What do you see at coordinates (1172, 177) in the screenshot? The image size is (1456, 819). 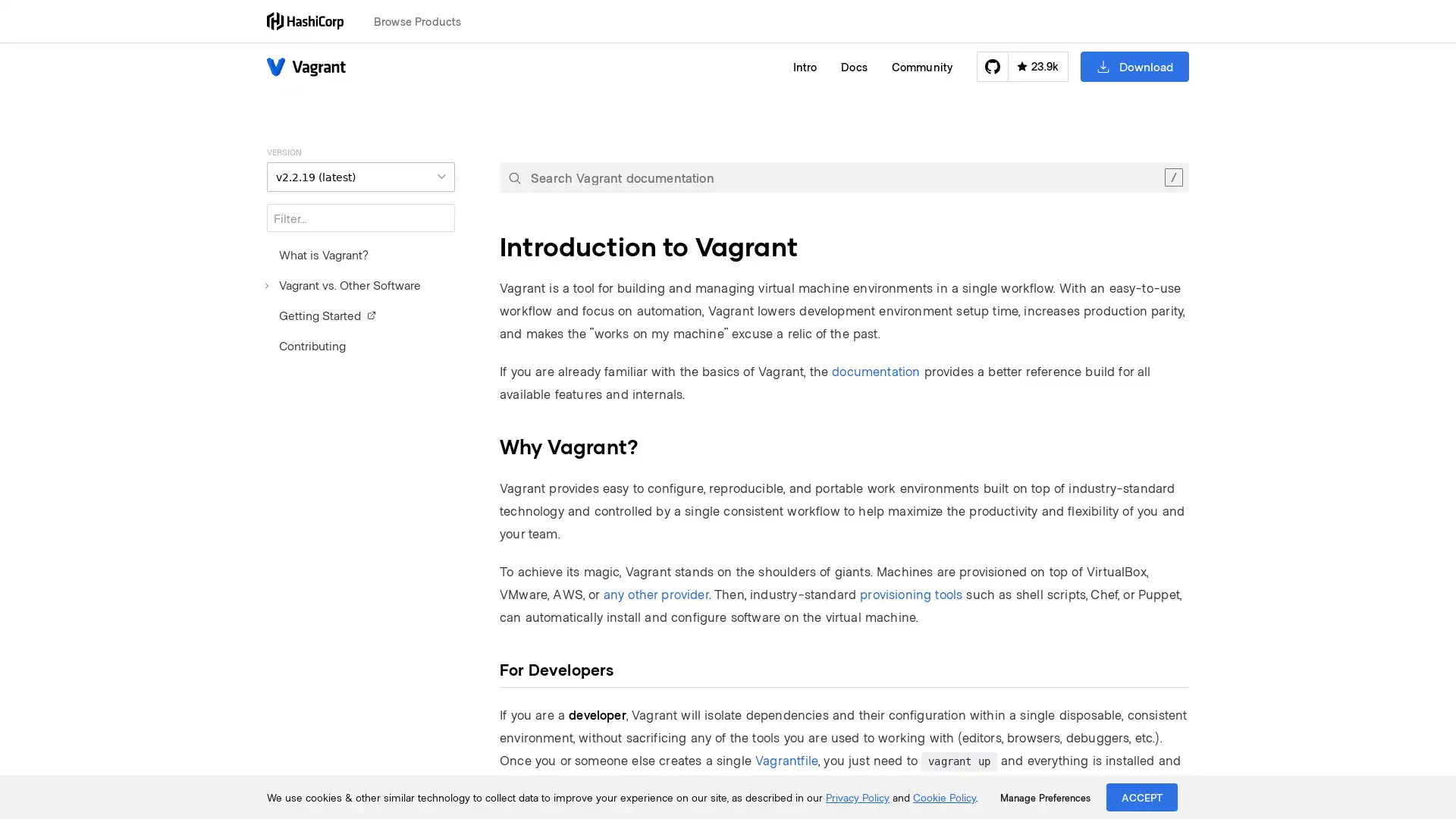 I see `Clear the search query.` at bounding box center [1172, 177].